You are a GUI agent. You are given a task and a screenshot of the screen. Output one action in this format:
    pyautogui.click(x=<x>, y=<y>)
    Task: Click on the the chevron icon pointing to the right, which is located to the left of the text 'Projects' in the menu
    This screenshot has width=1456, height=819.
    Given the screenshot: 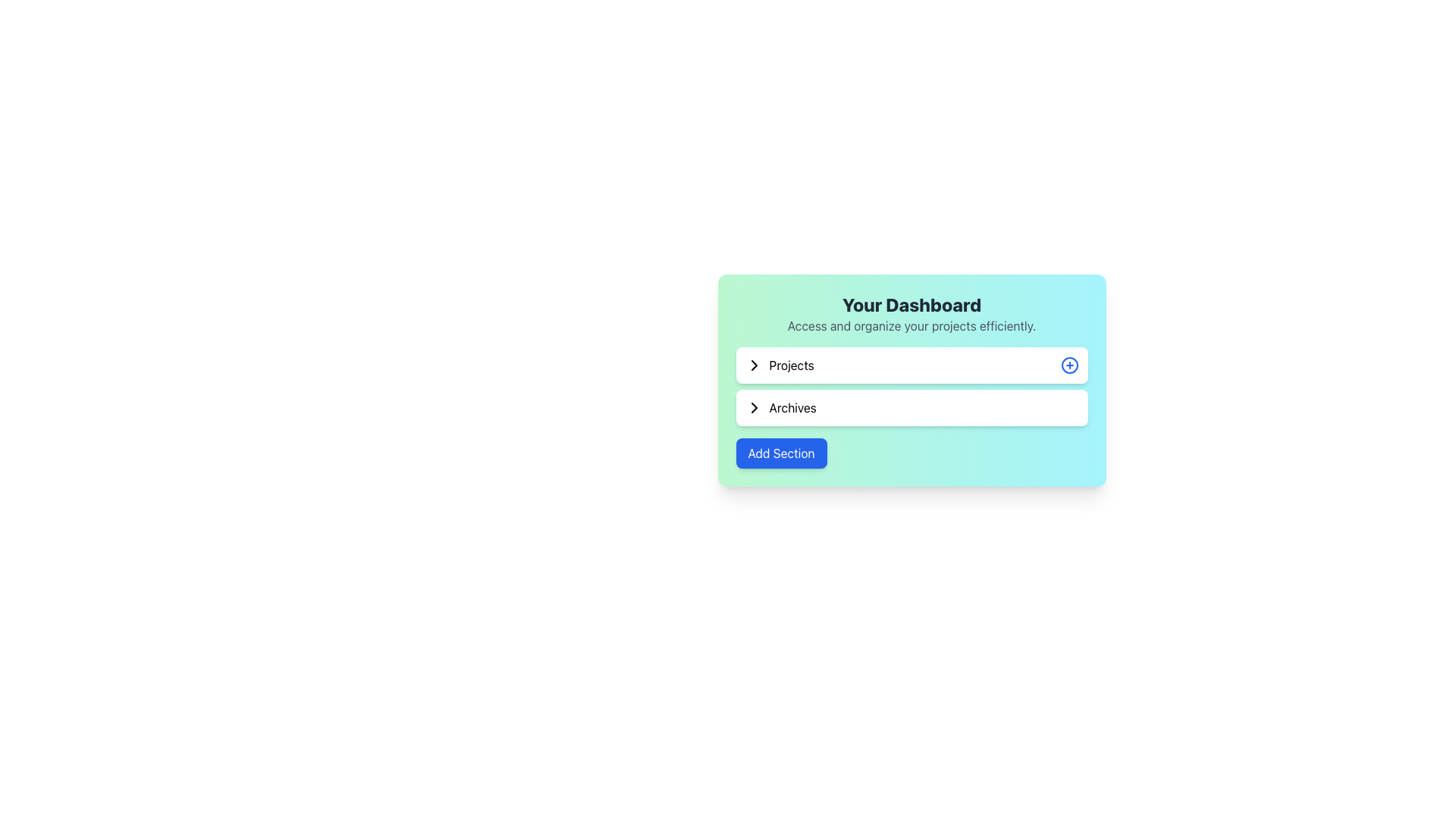 What is the action you would take?
    pyautogui.click(x=754, y=366)
    